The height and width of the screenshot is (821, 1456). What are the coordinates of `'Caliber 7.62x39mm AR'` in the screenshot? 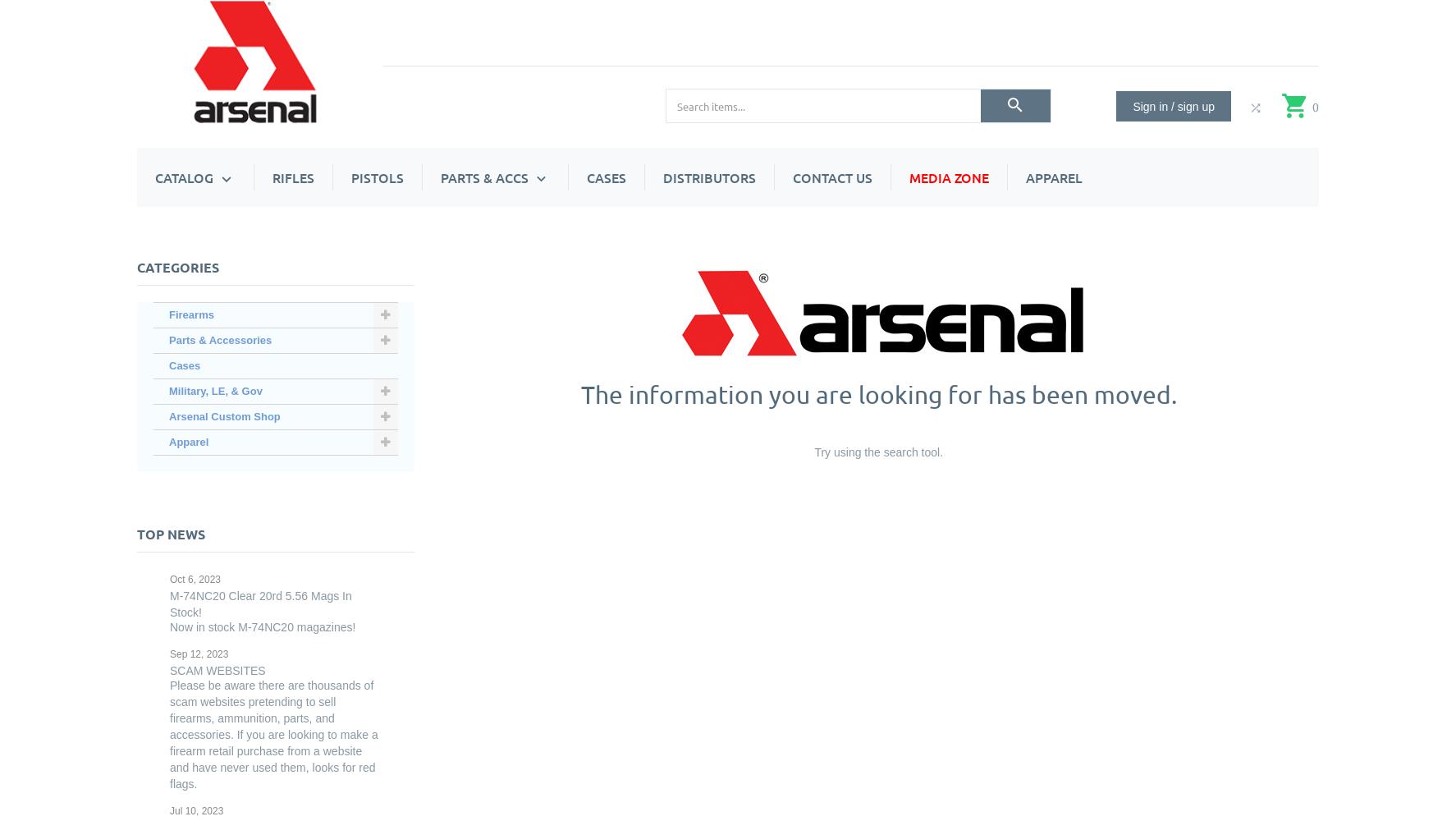 It's located at (630, 288).